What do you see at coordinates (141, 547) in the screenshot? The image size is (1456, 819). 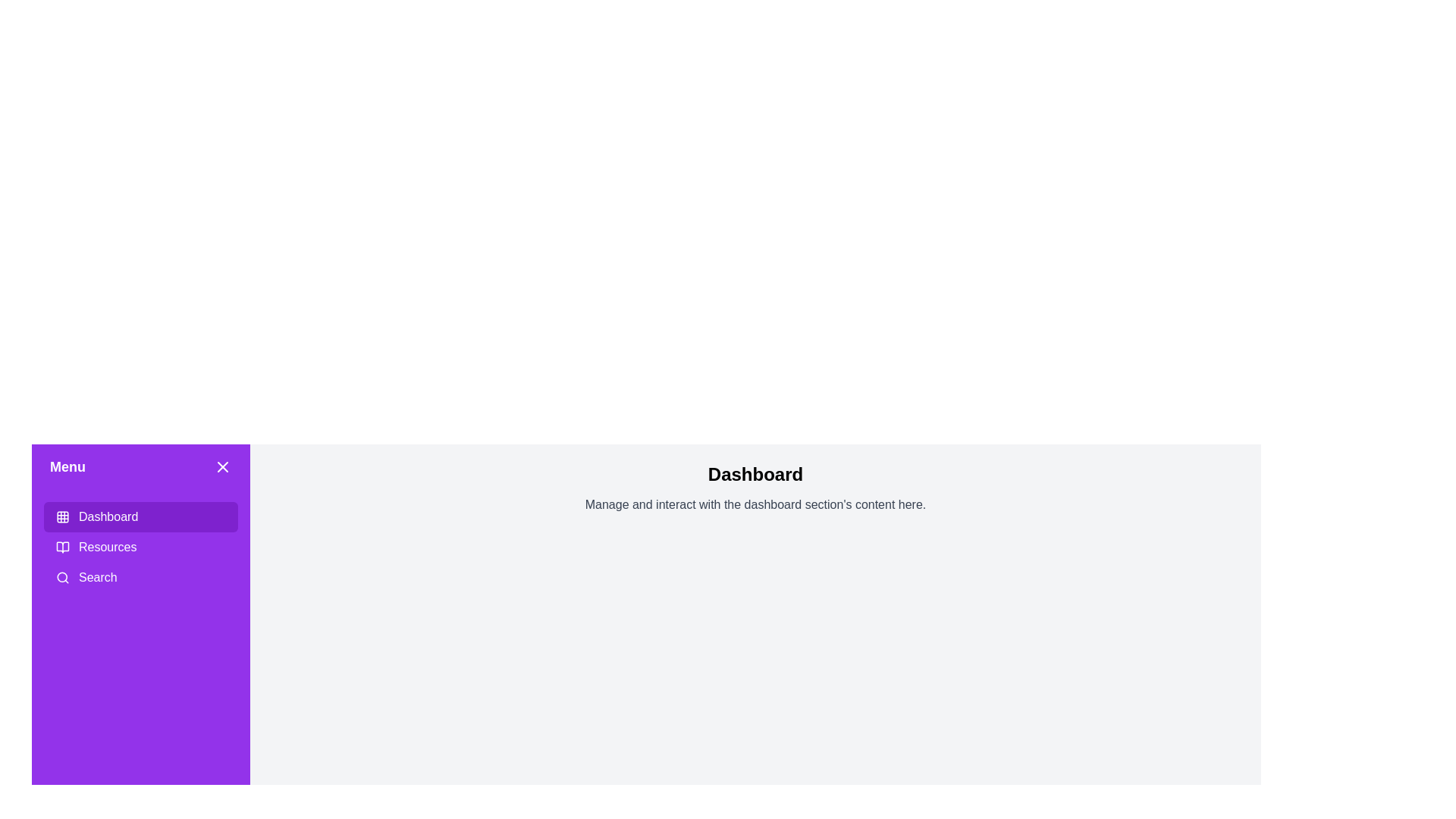 I see `the 'Resources' button located in the purple menu panel, which is the second item in the list, positioned below 'Dashboard' and above 'Search'` at bounding box center [141, 547].